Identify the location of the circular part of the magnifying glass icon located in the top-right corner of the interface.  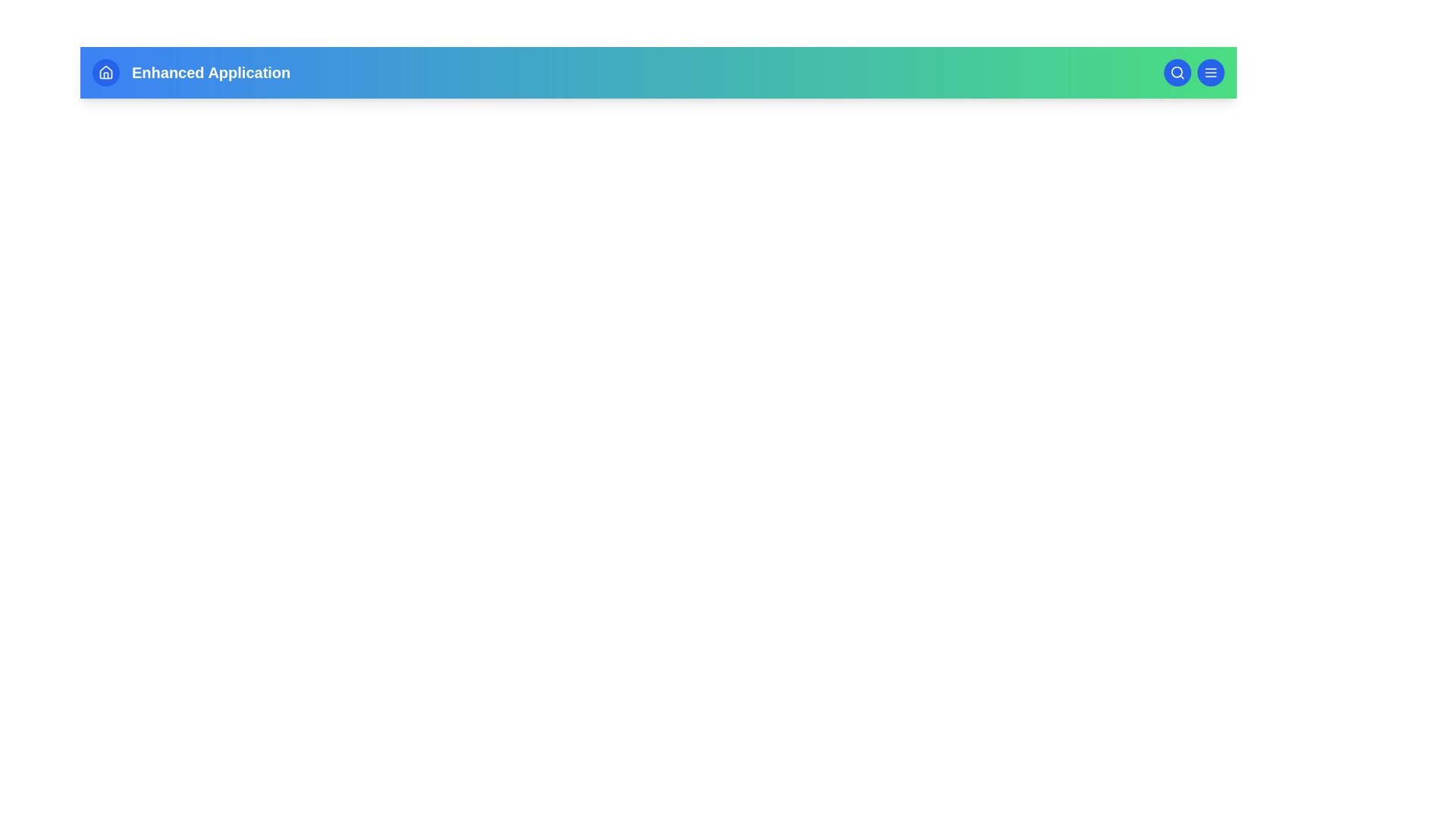
(1175, 72).